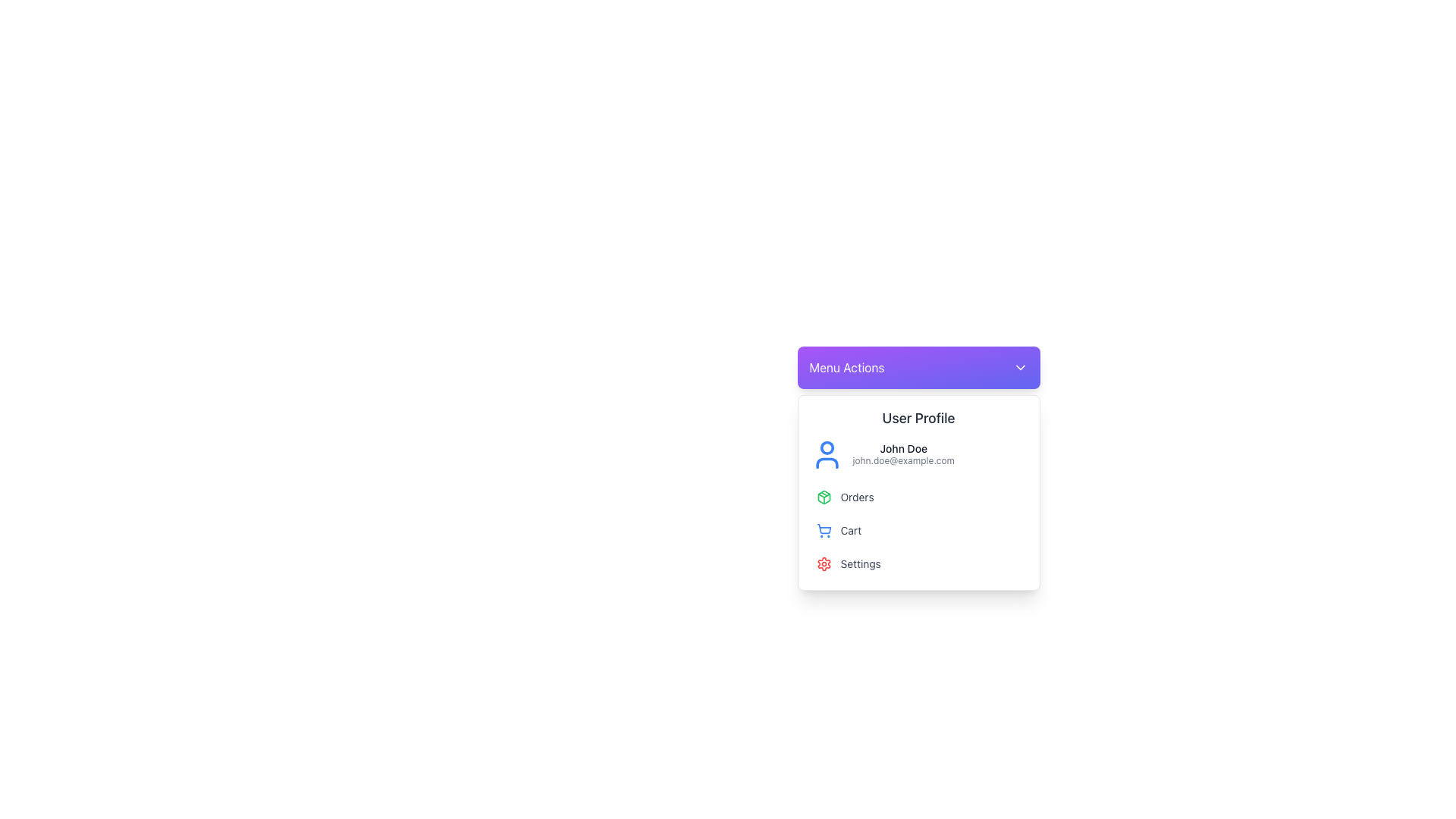 Image resolution: width=1456 pixels, height=819 pixels. I want to click on the first menu item in the 'User Profile' section, so click(918, 497).